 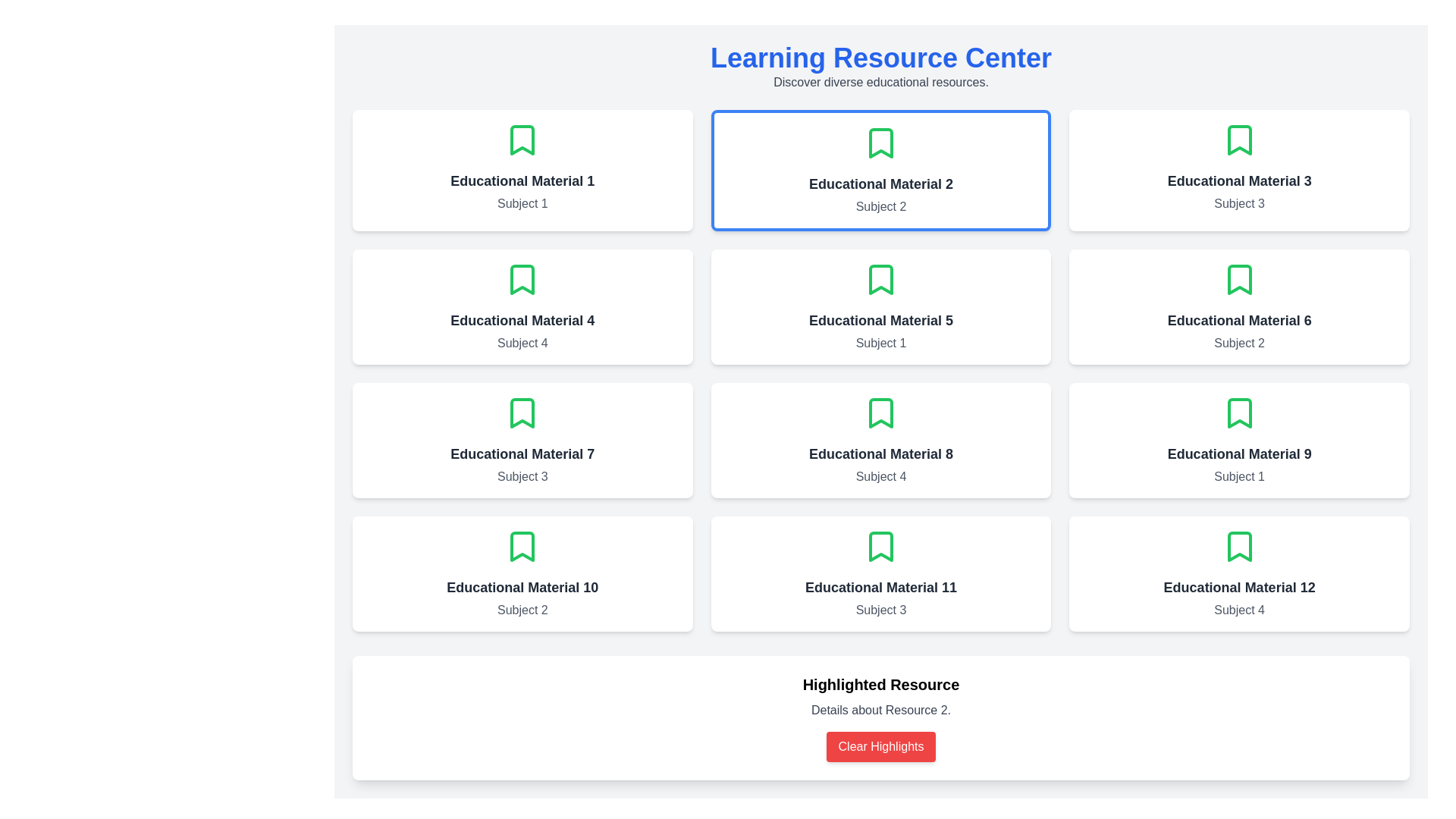 I want to click on the text label that serves as the title for the card, located in the third row, first column of the grid layout, between the green bookmark icon and the text 'Subject 3', so click(x=522, y=453).